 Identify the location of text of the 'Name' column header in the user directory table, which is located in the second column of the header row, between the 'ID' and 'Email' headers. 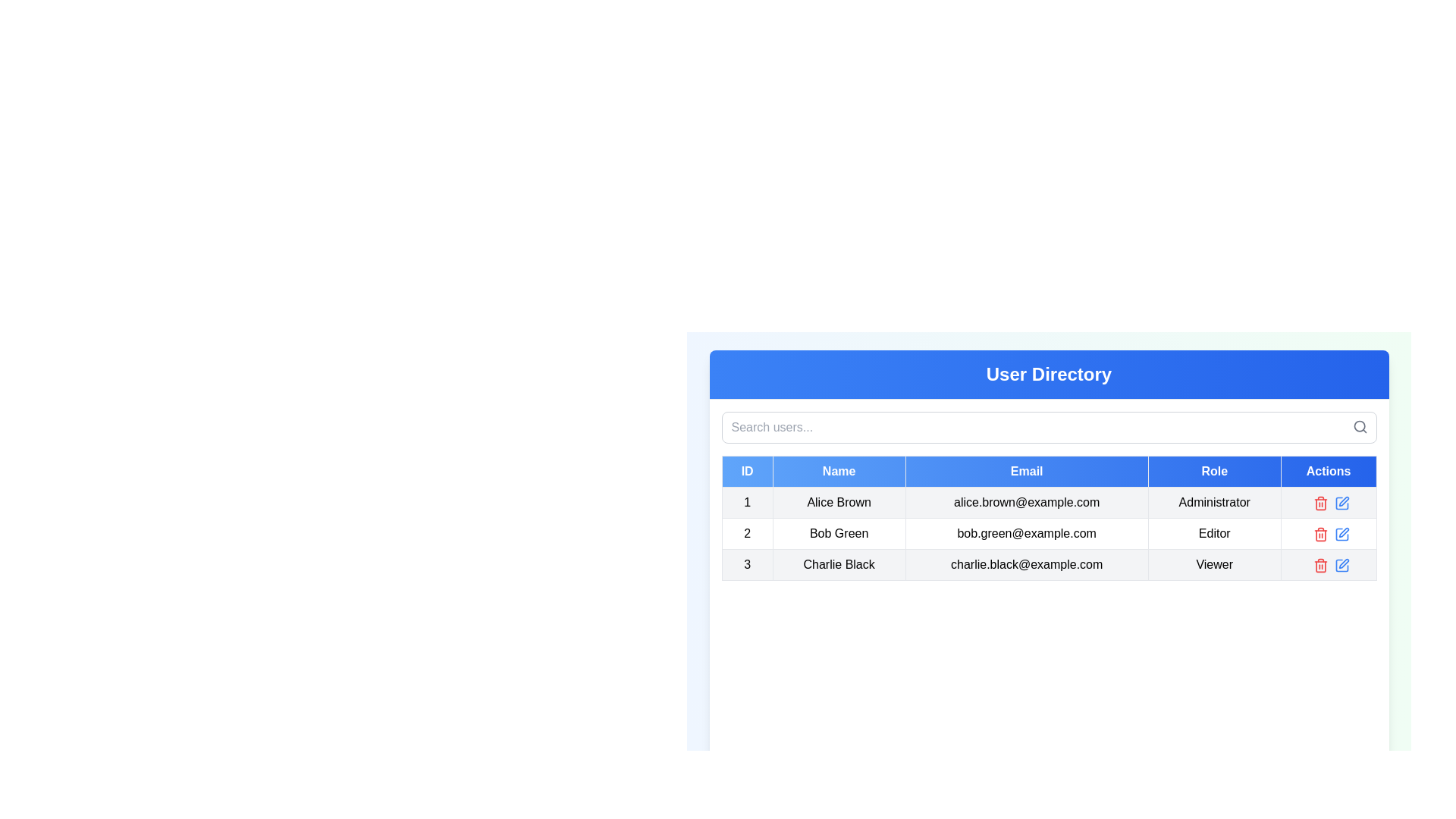
(838, 470).